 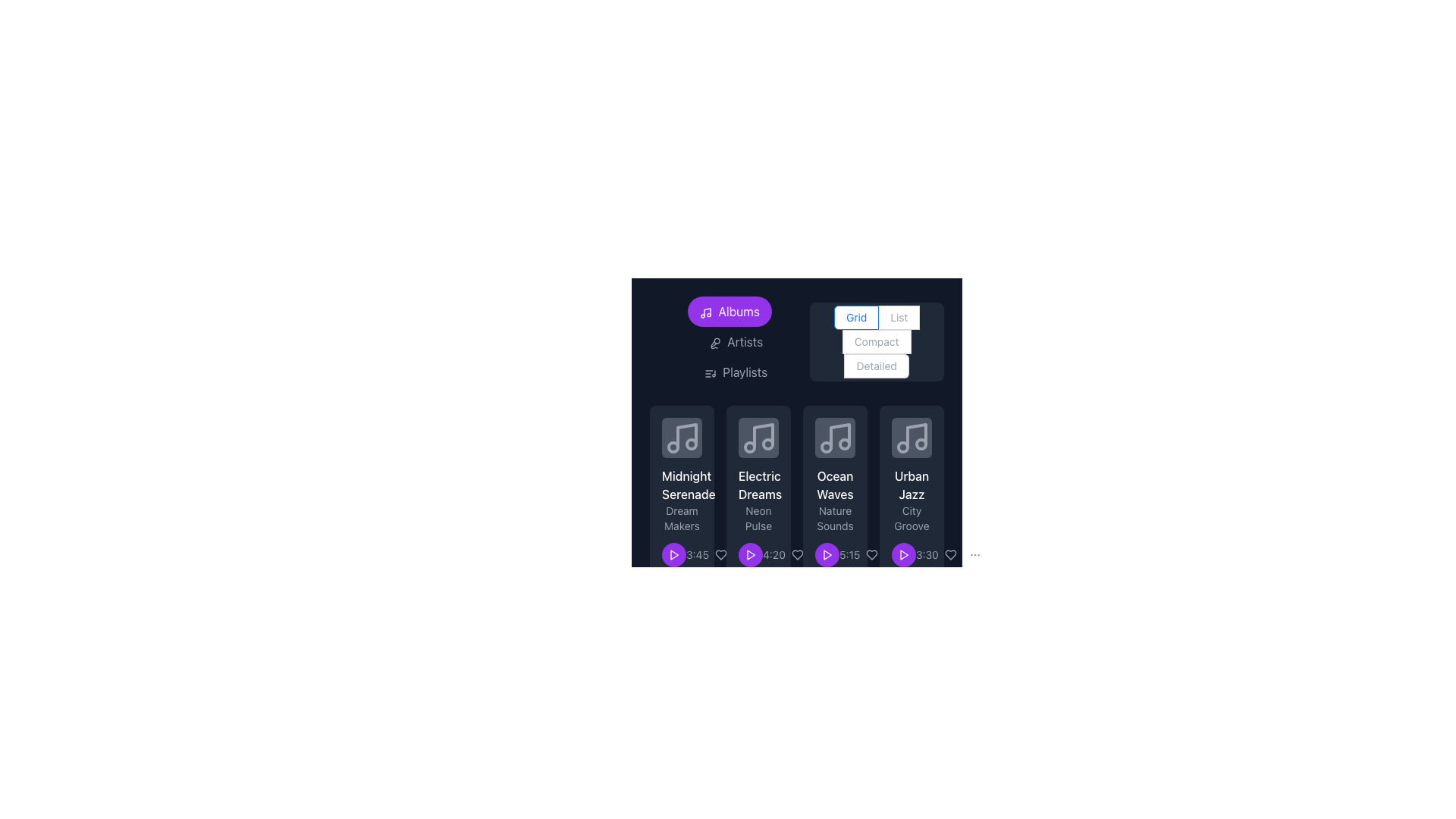 I want to click on the 'List' radio button, so click(x=899, y=317).